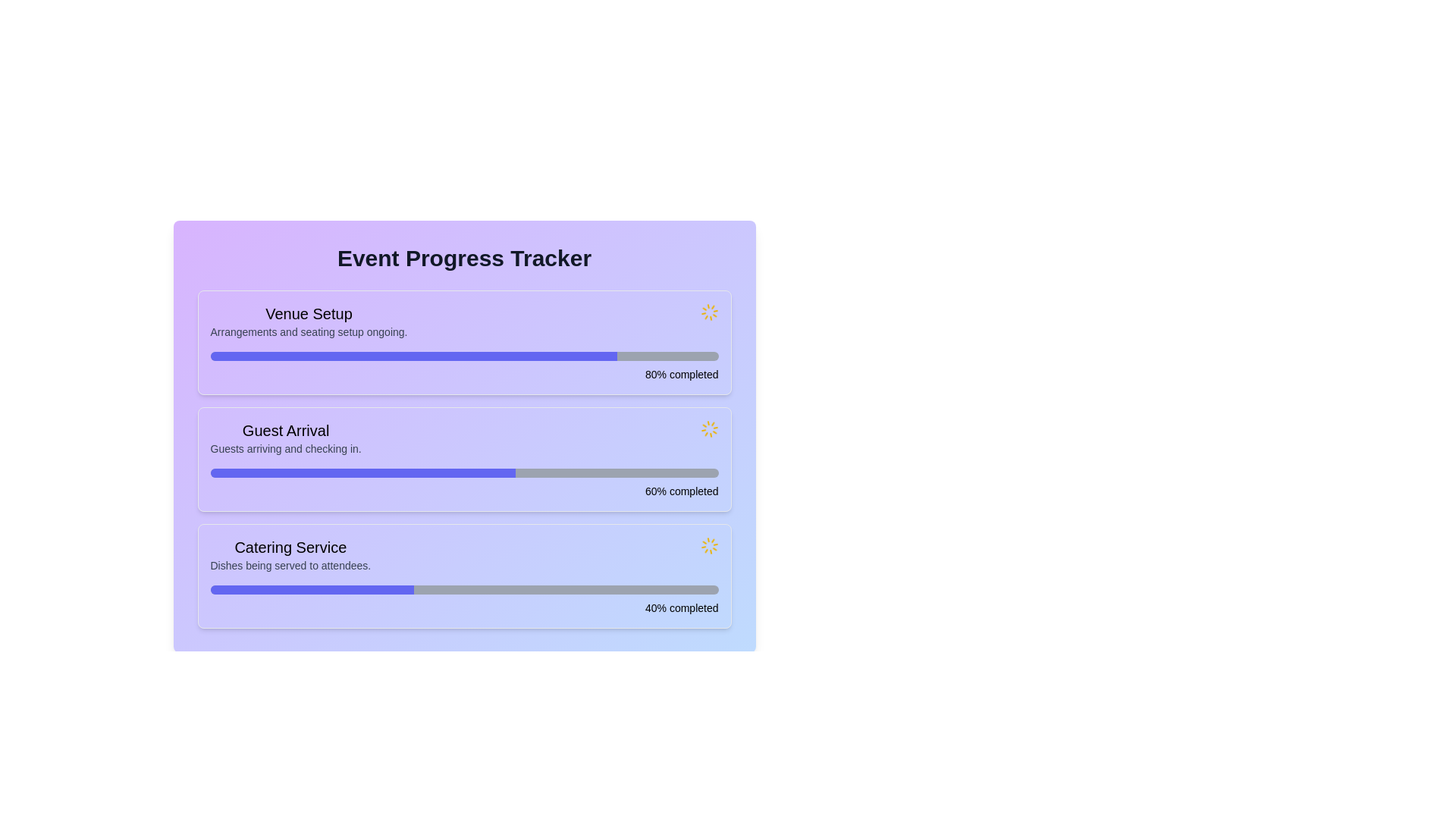 The width and height of the screenshot is (1456, 819). What do you see at coordinates (286, 438) in the screenshot?
I see `text displayed in the second progress item of the 'Event Progress Tracker', which shows information about the 'Guest Arrival' task` at bounding box center [286, 438].